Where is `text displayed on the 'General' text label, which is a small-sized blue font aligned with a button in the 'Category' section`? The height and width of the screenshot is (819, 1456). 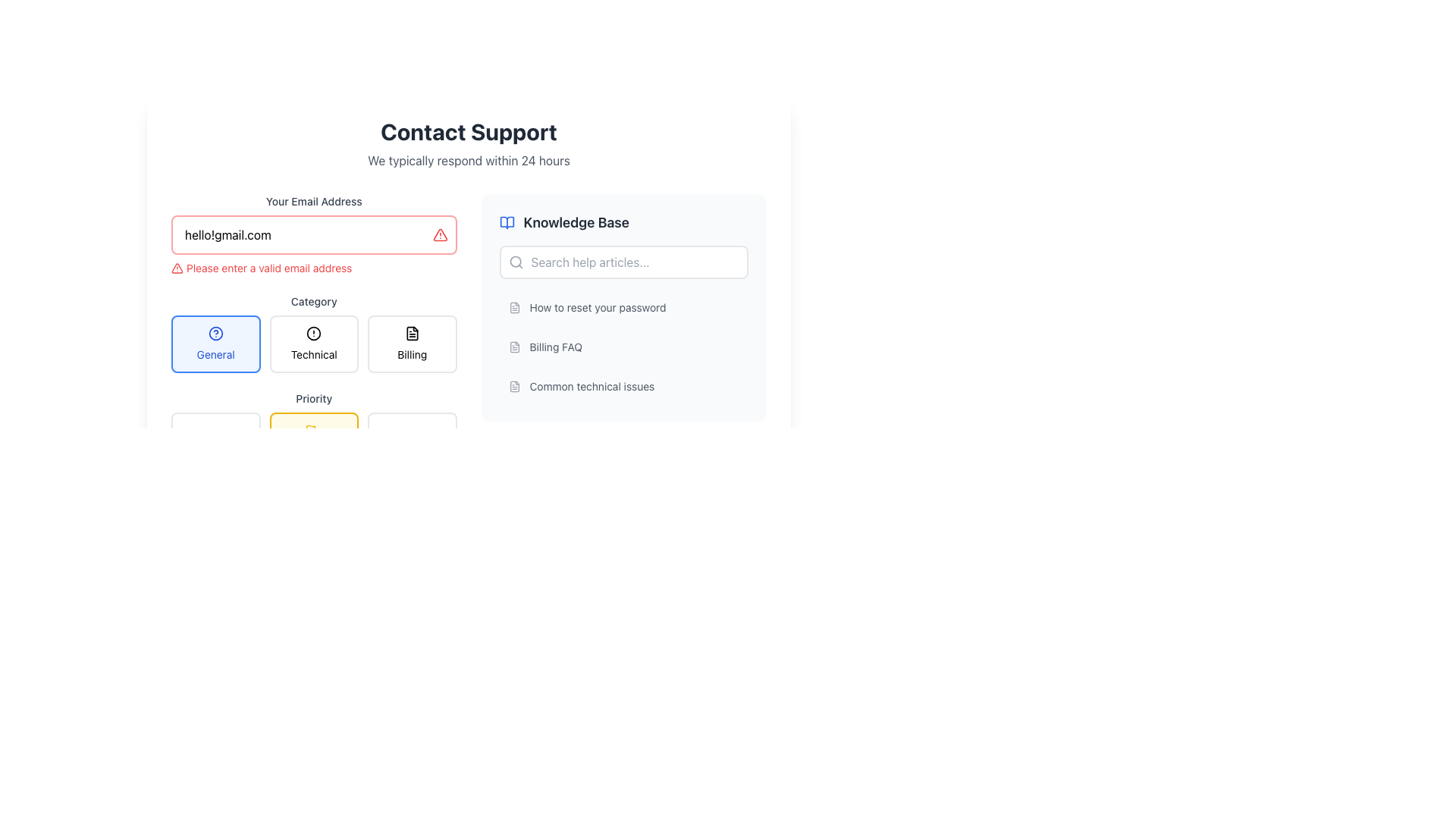 text displayed on the 'General' text label, which is a small-sized blue font aligned with a button in the 'Category' section is located at coordinates (215, 354).